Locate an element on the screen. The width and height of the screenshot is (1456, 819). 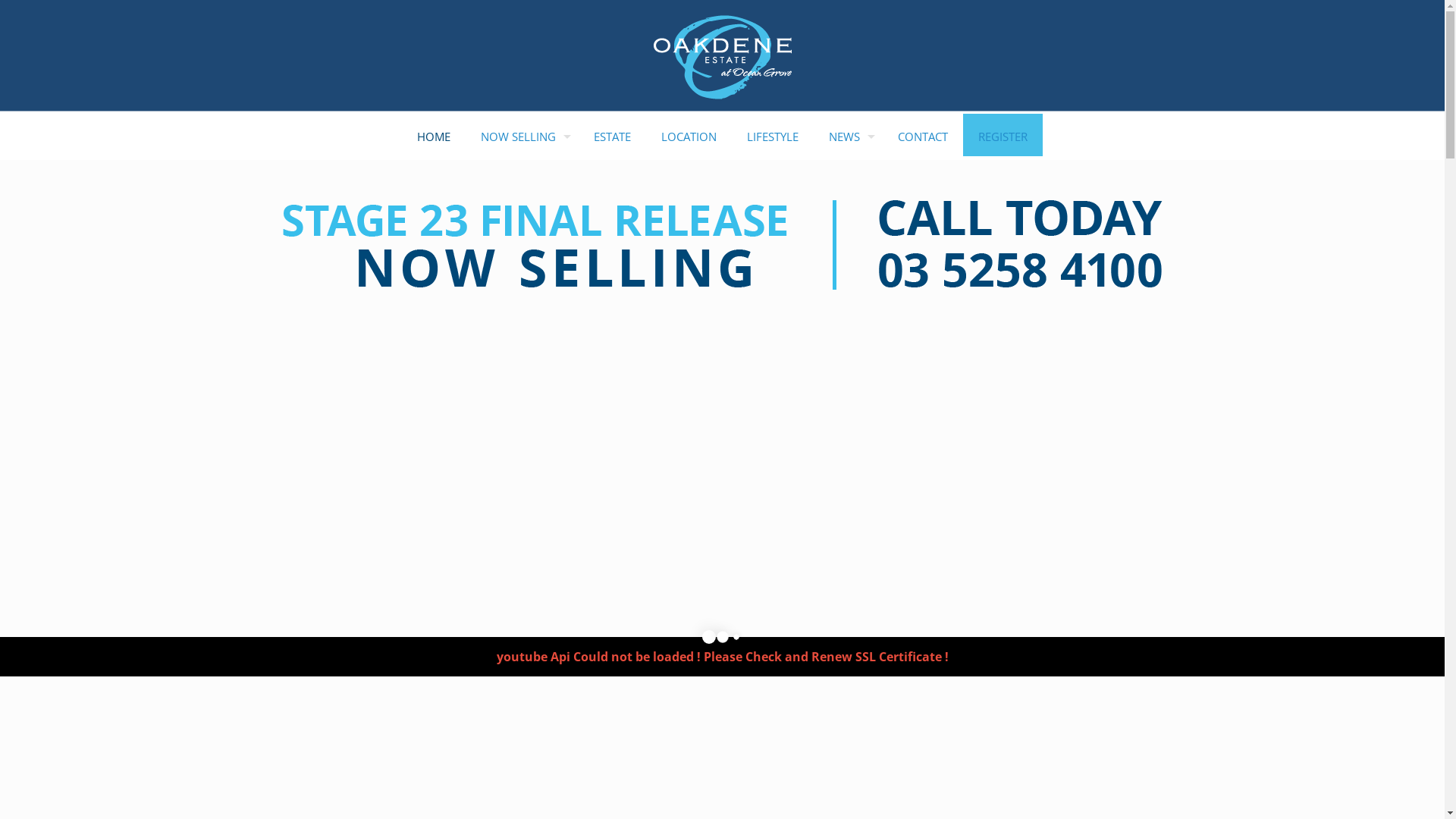
'REGISTER' is located at coordinates (1003, 136).